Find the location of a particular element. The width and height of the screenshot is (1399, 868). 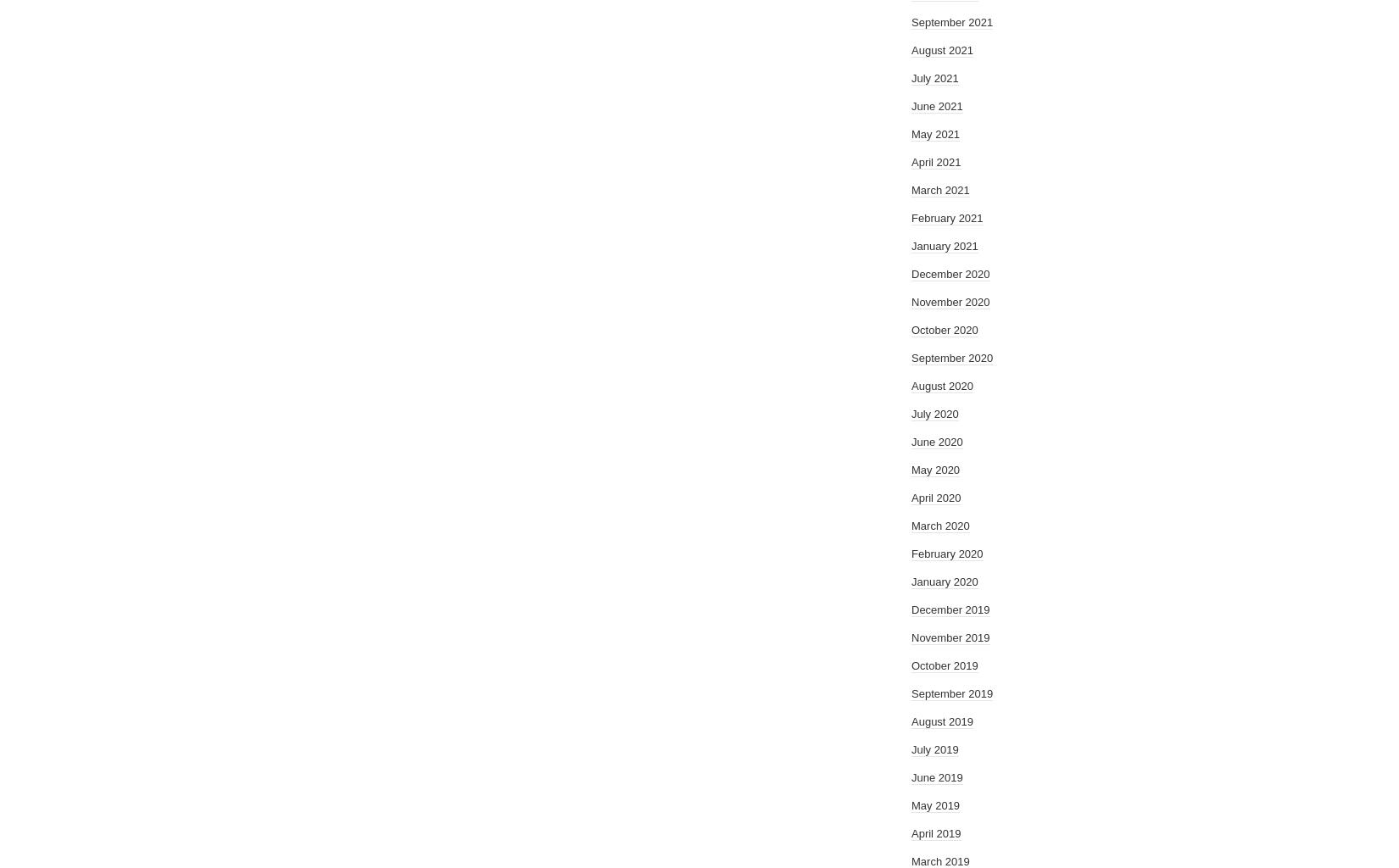

'January 2020' is located at coordinates (945, 581).